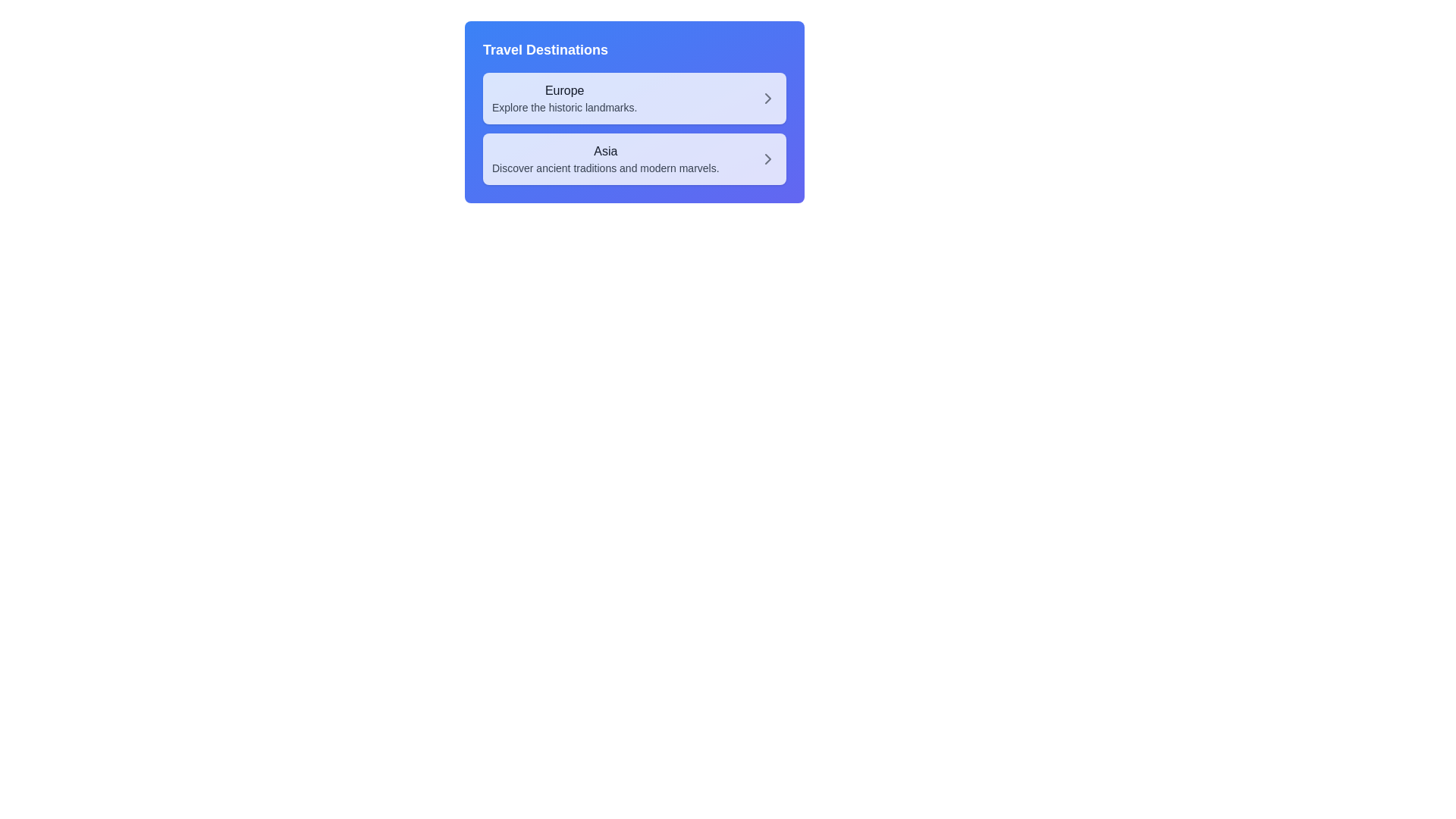 Image resolution: width=1456 pixels, height=819 pixels. Describe the element at coordinates (767, 158) in the screenshot. I see `the right-facing chevron icon styled with gray color within the card component titled 'Asia', located adjacent to the text 'Discover ancient traditions and modern marvels.'` at that location.